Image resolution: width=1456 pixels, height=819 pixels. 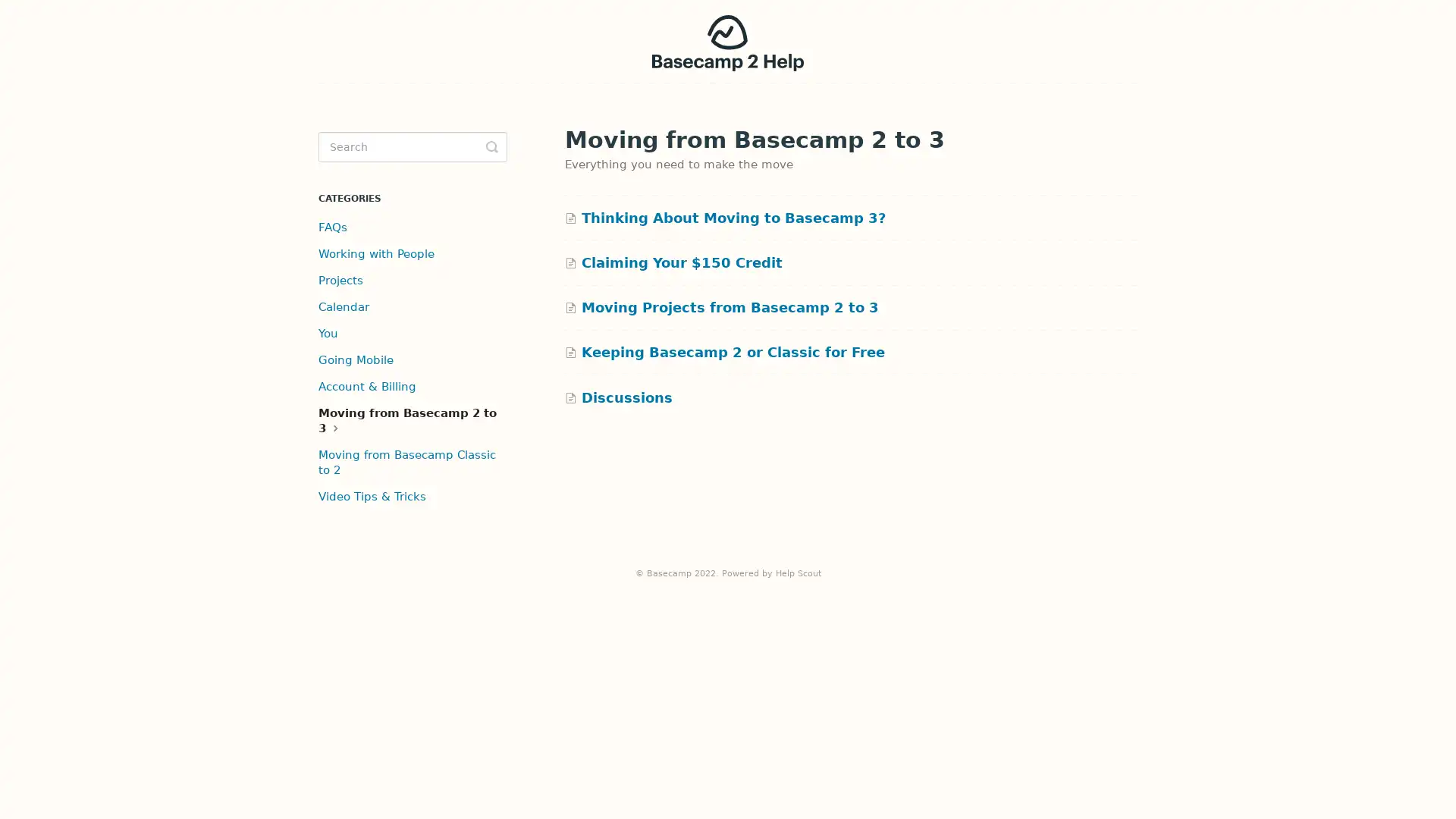 I want to click on Toggle Search, so click(x=491, y=146).